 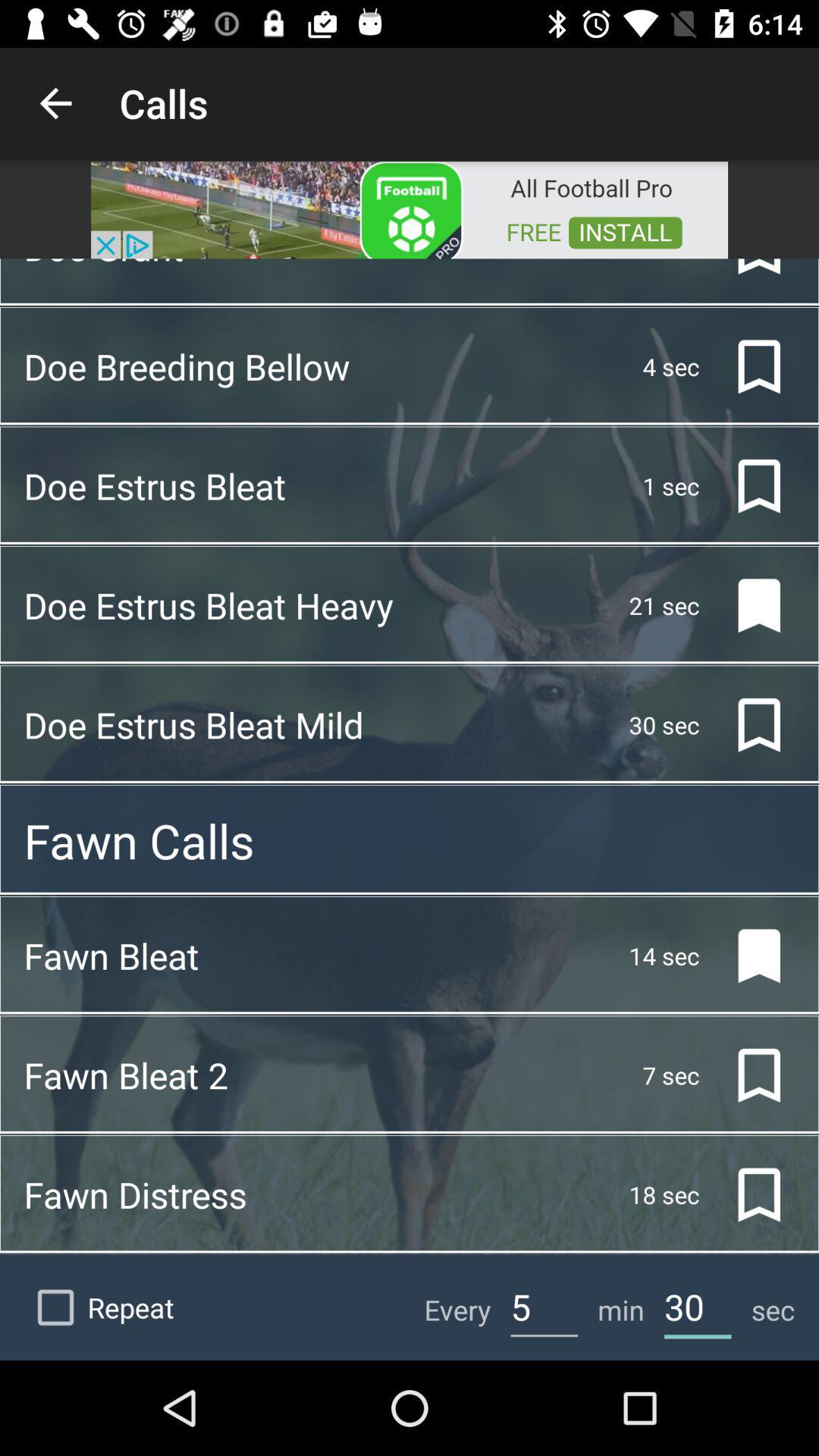 What do you see at coordinates (409, 208) in the screenshot?
I see `open this advertisement` at bounding box center [409, 208].